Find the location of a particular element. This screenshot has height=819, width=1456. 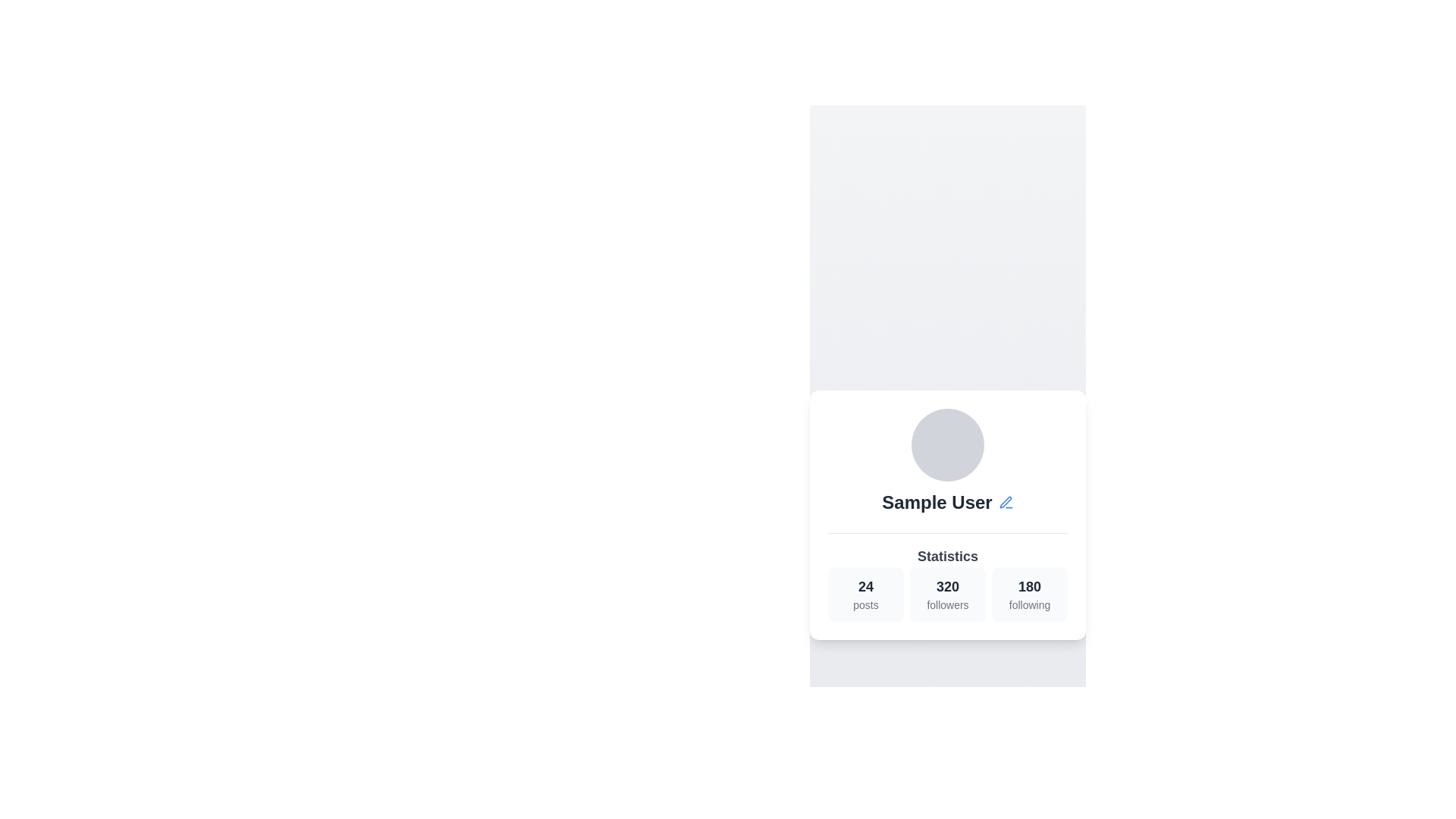

displayed username 'Sample User' from the text label located centrally below the profile image placeholder and above the 'Statistics' section is located at coordinates (946, 502).